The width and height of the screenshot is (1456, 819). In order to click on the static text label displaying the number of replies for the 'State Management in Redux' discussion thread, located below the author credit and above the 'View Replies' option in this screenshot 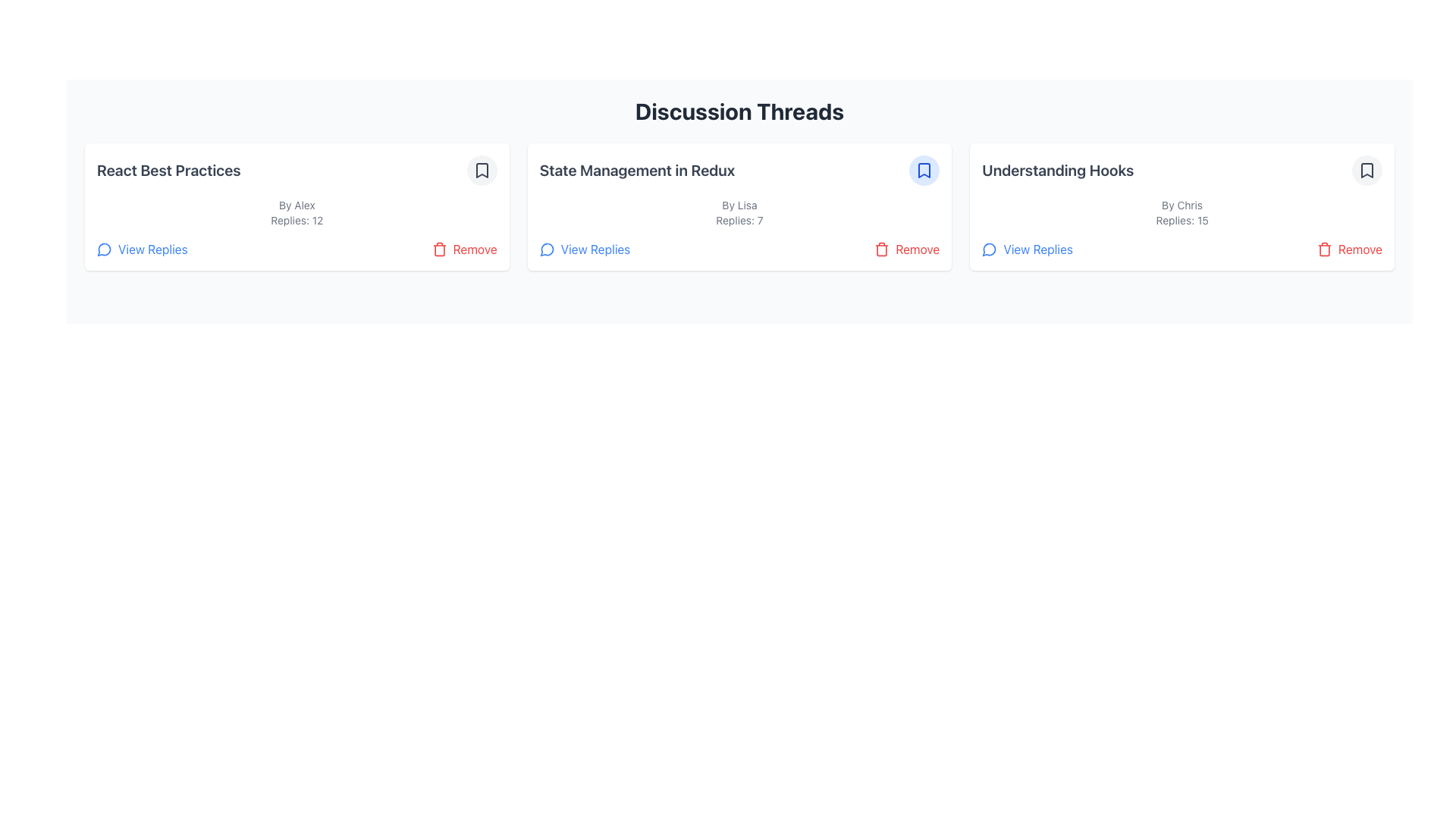, I will do `click(739, 220)`.